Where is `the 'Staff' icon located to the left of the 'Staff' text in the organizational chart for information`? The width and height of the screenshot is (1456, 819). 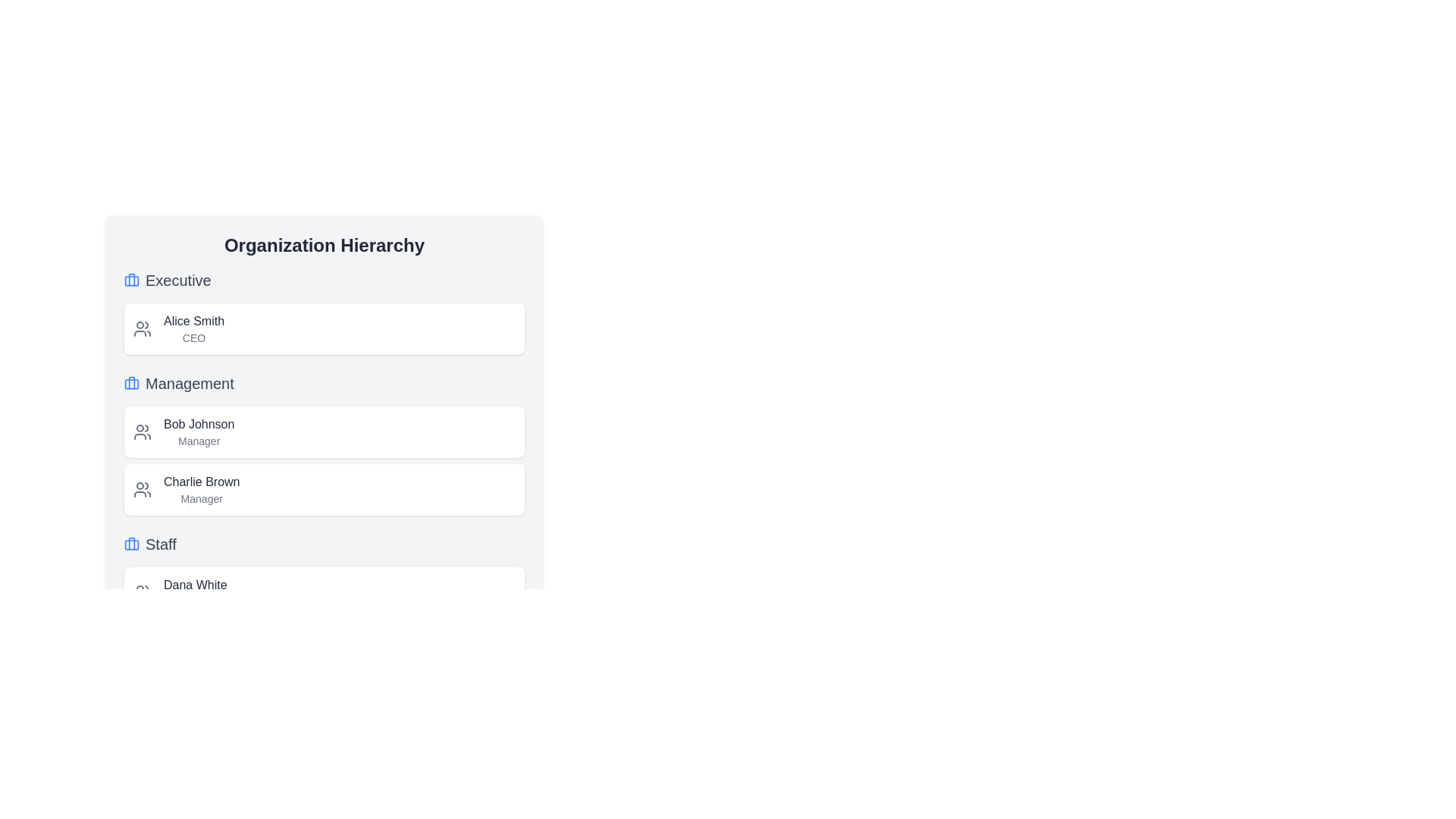
the 'Staff' icon located to the left of the 'Staff' text in the organizational chart for information is located at coordinates (131, 543).